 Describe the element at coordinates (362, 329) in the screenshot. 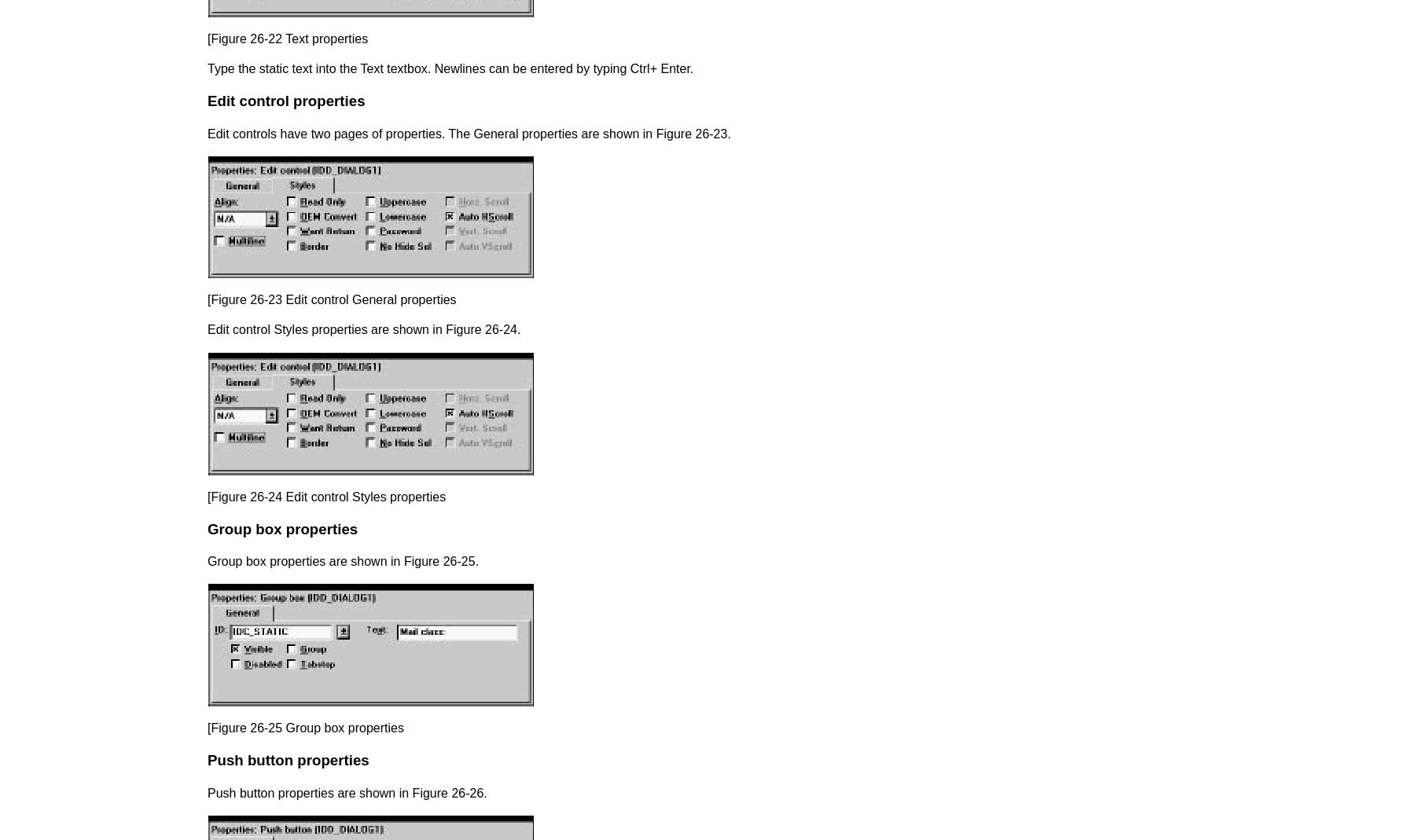

I see `'Edit control Styles properties are shown in Figure 26-24.'` at that location.